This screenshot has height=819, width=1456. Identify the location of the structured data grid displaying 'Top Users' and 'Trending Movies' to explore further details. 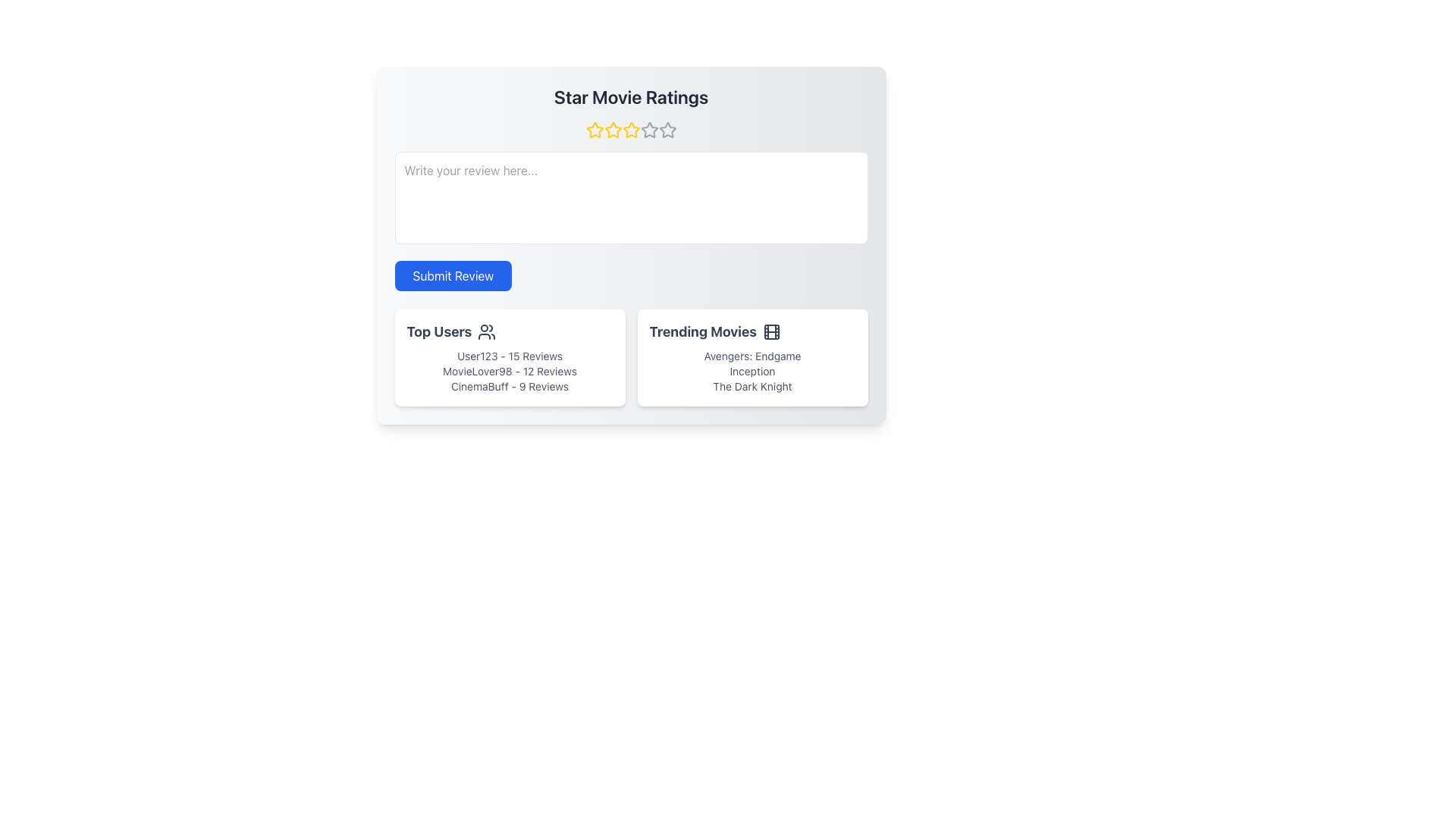
(631, 357).